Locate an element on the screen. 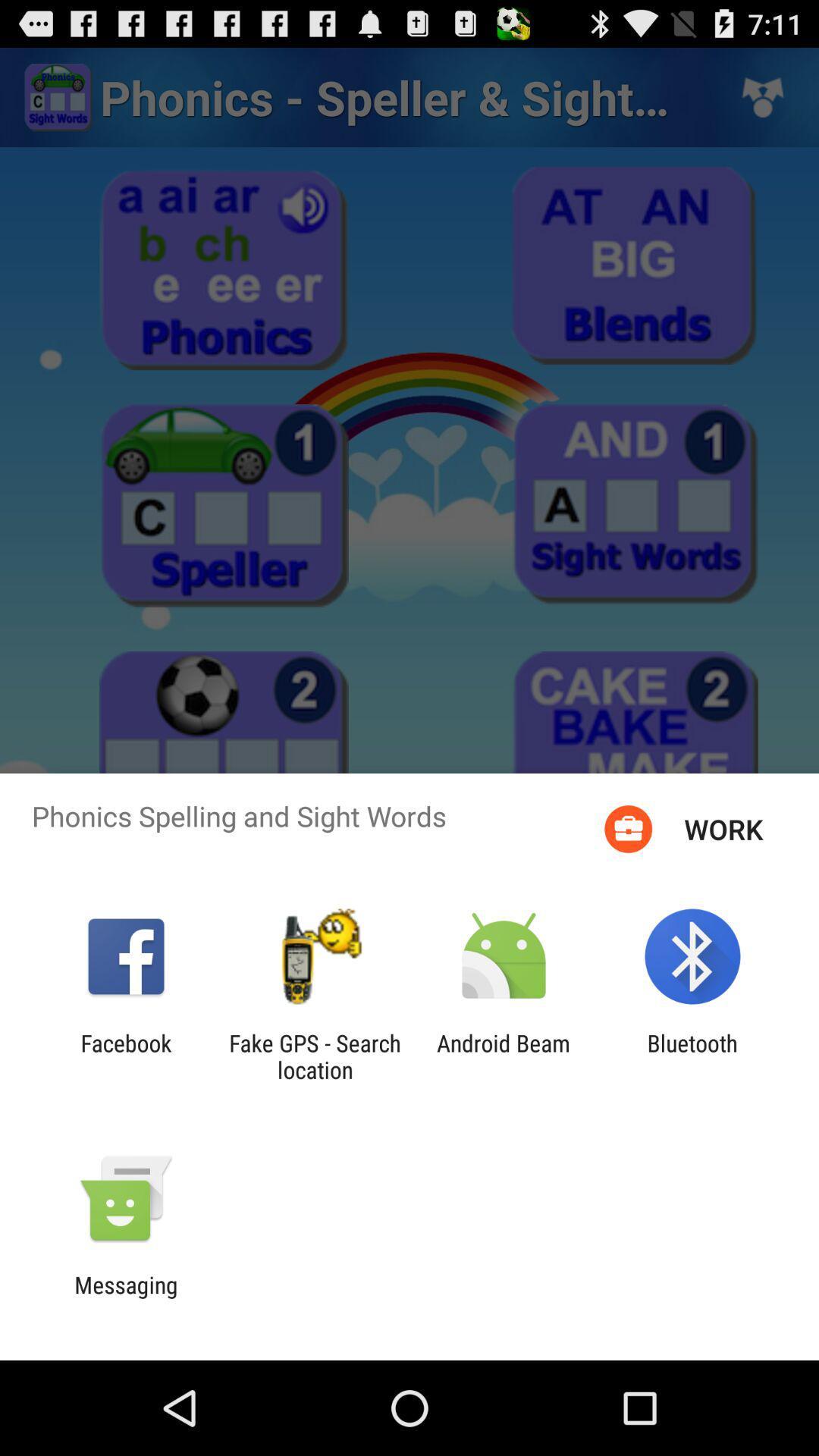 This screenshot has width=819, height=1456. item next to the fake gps search item is located at coordinates (504, 1056).